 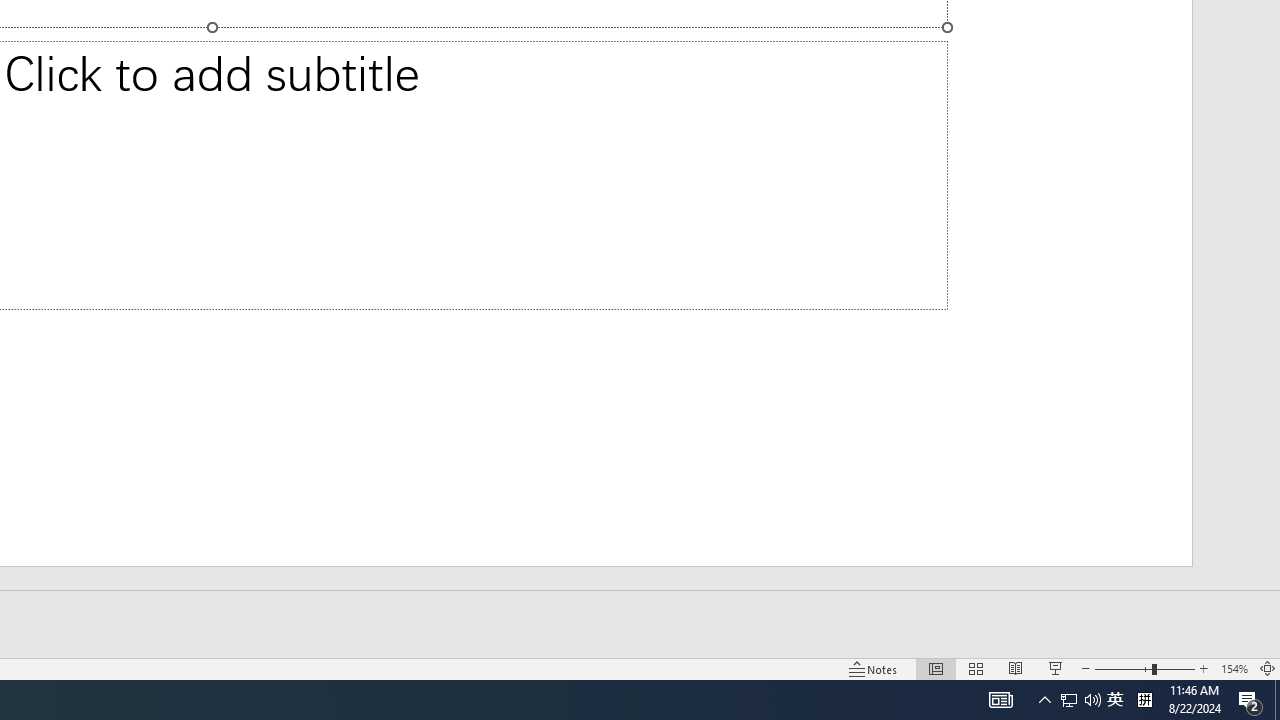 I want to click on 'Slide Sorter', so click(x=976, y=669).